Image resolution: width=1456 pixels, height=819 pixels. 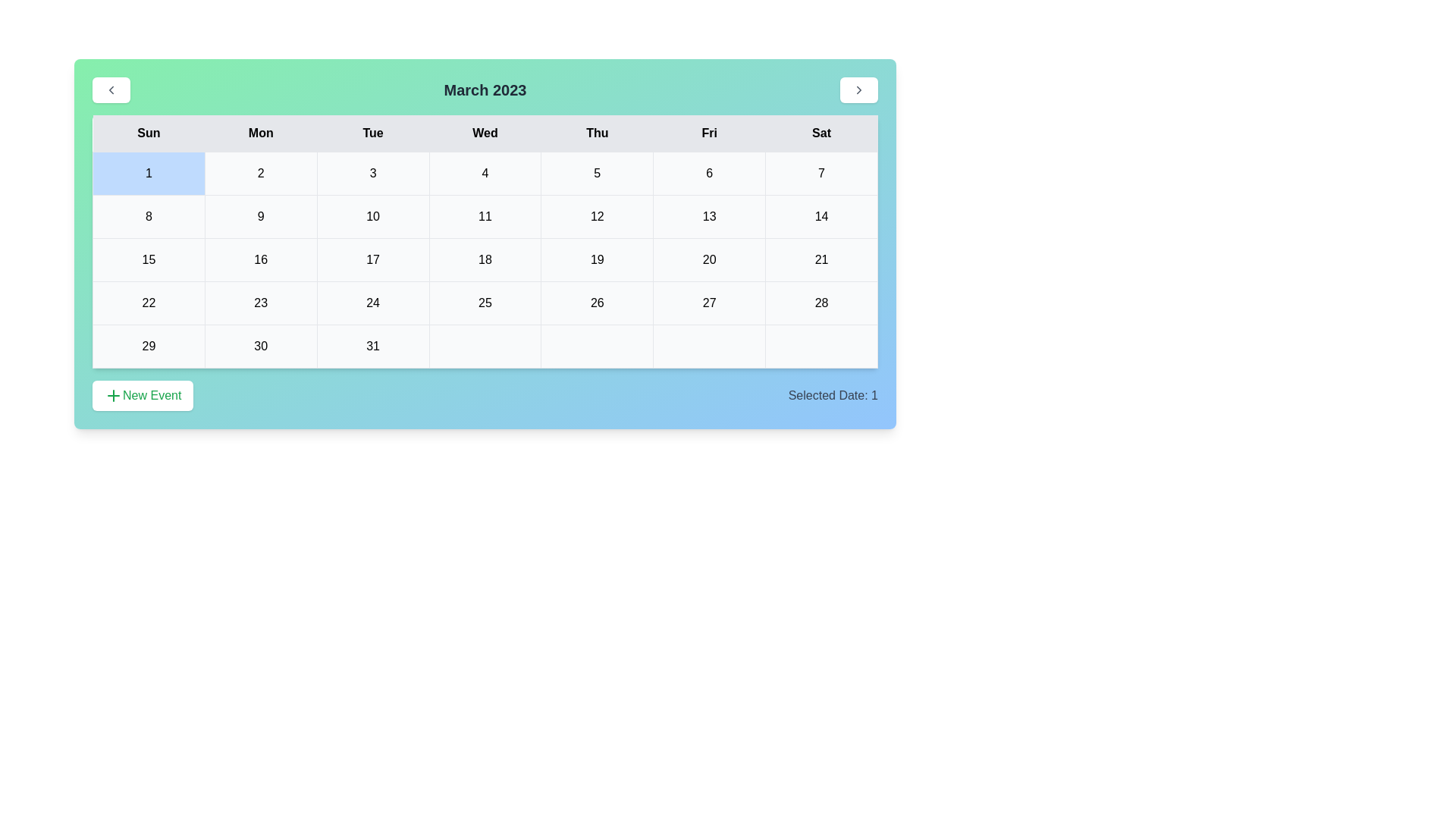 I want to click on the 'New Event' button to create a new event, so click(x=143, y=394).